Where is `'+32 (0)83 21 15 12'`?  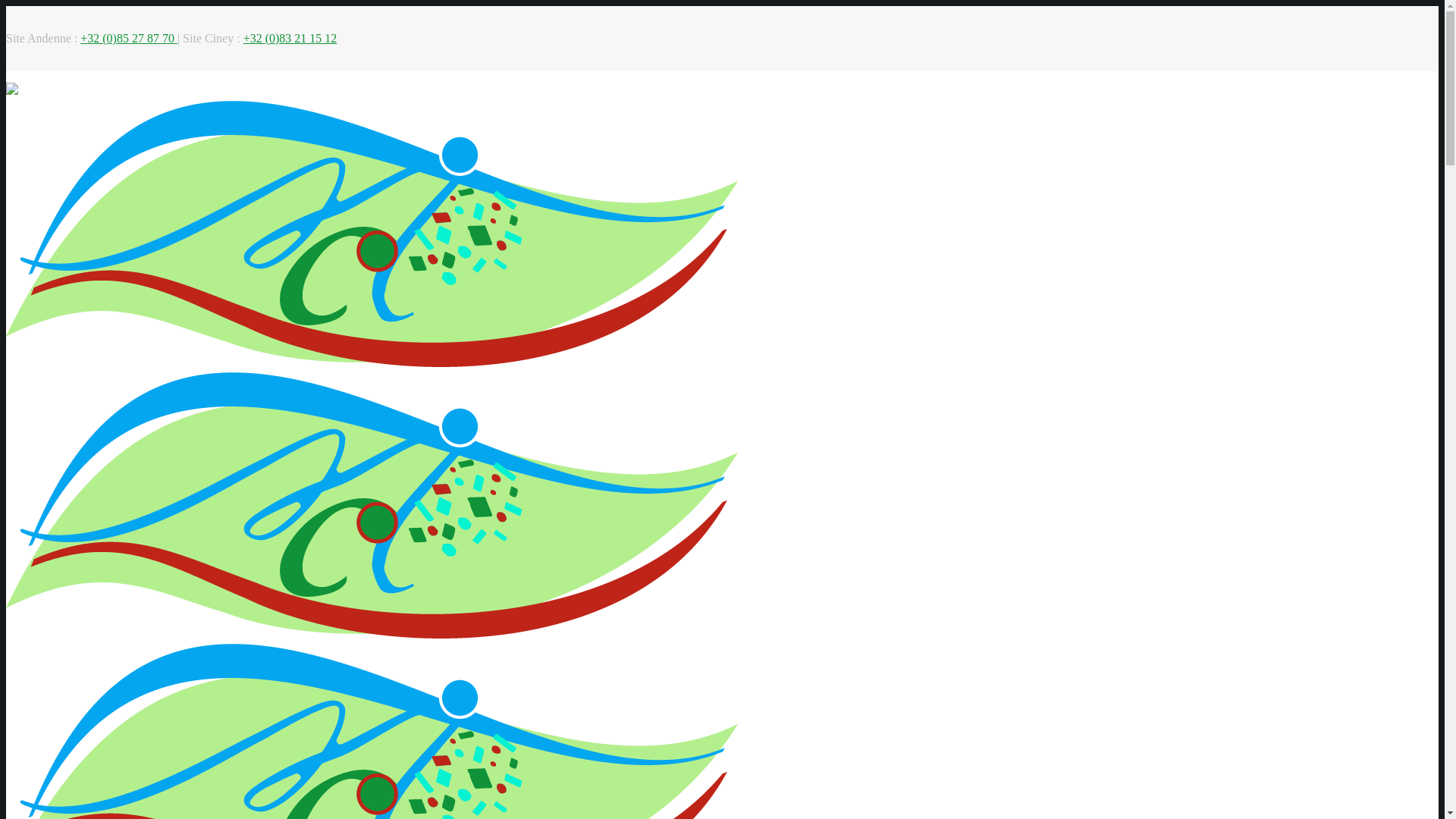 '+32 (0)83 21 15 12' is located at coordinates (243, 37).